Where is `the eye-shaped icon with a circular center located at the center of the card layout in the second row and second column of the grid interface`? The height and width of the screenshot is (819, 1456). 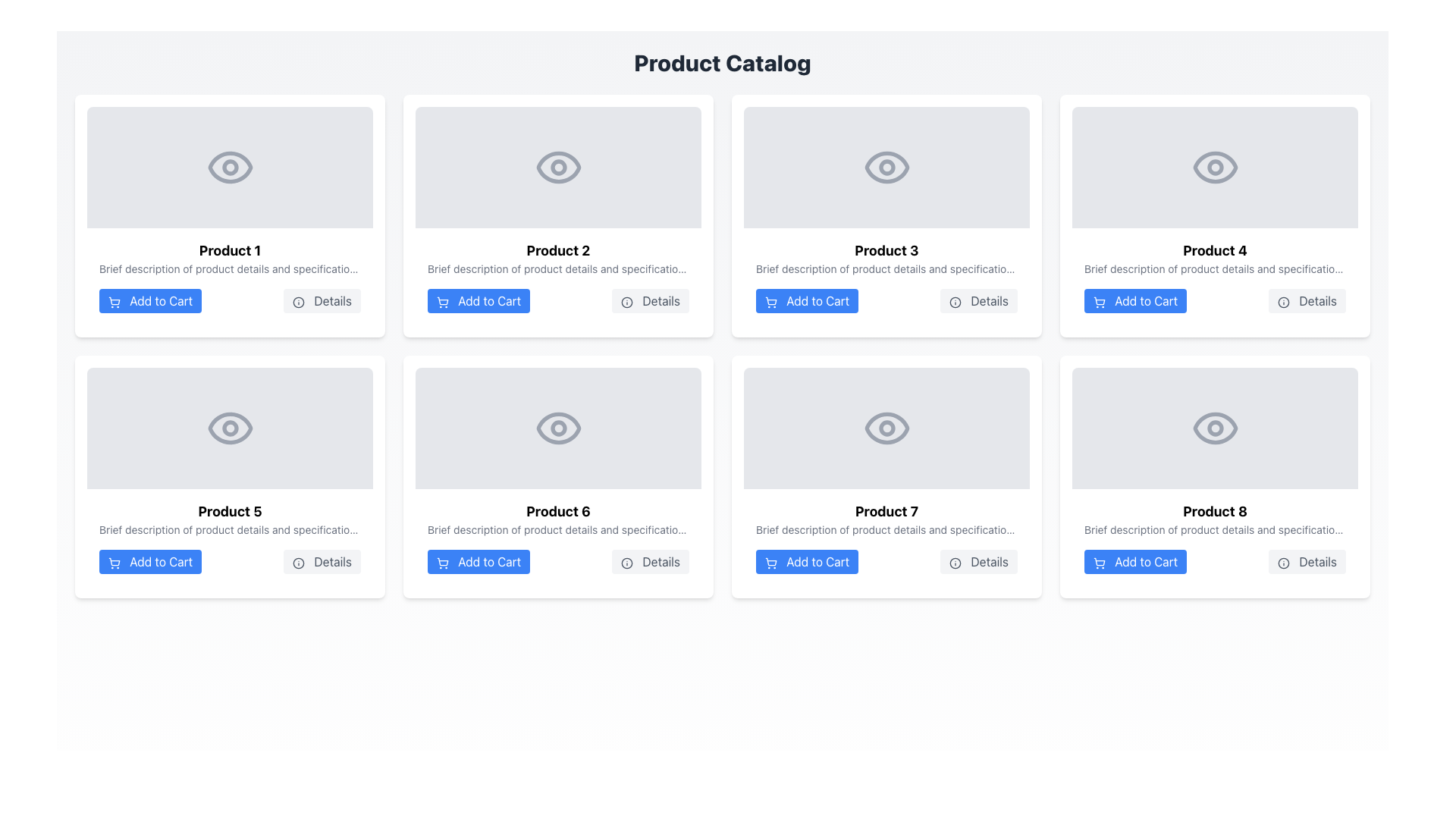
the eye-shaped icon with a circular center located at the center of the card layout in the second row and second column of the grid interface is located at coordinates (557, 428).